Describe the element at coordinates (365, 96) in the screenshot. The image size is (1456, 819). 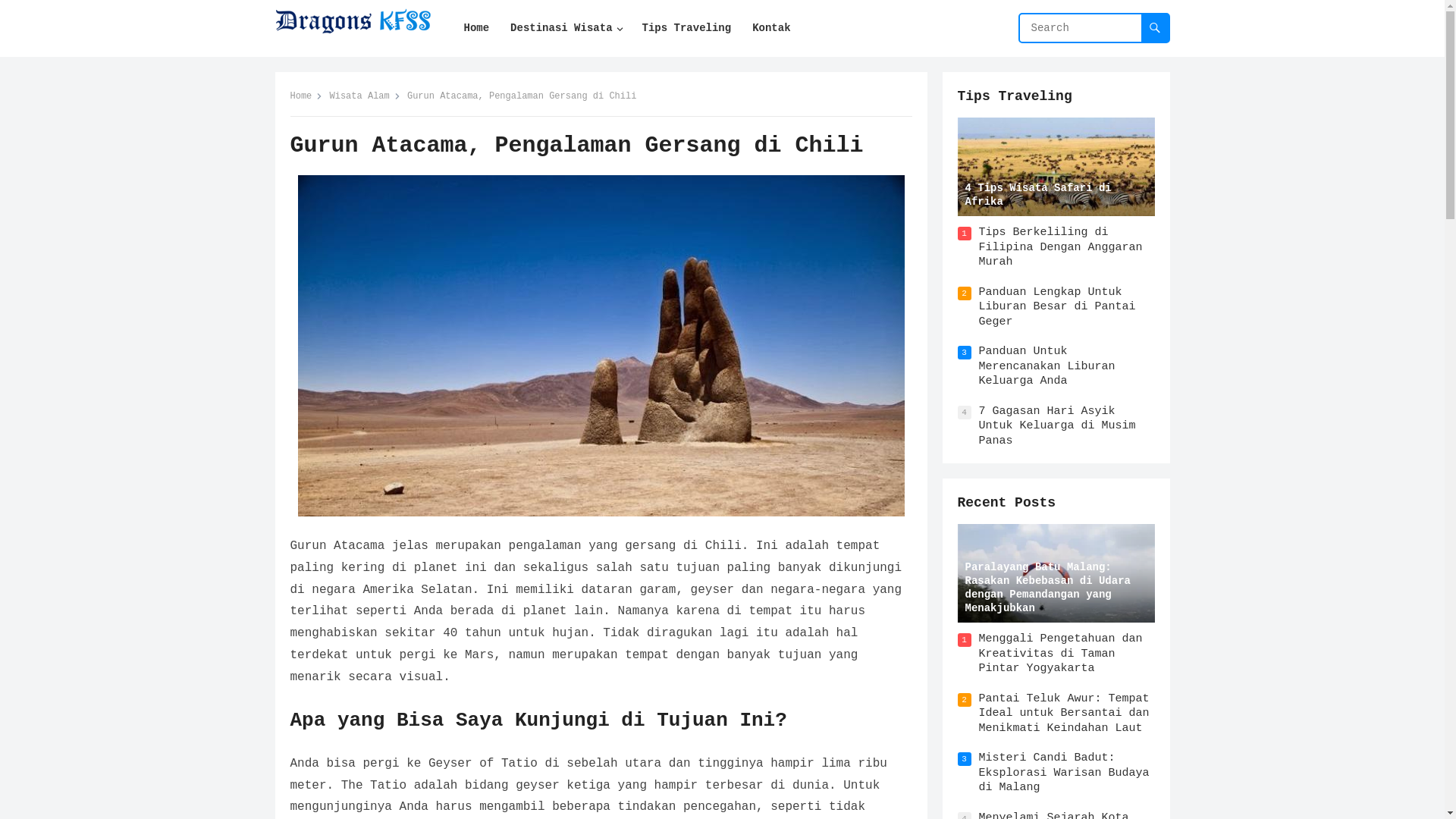
I see `'Wisata Alam'` at that location.